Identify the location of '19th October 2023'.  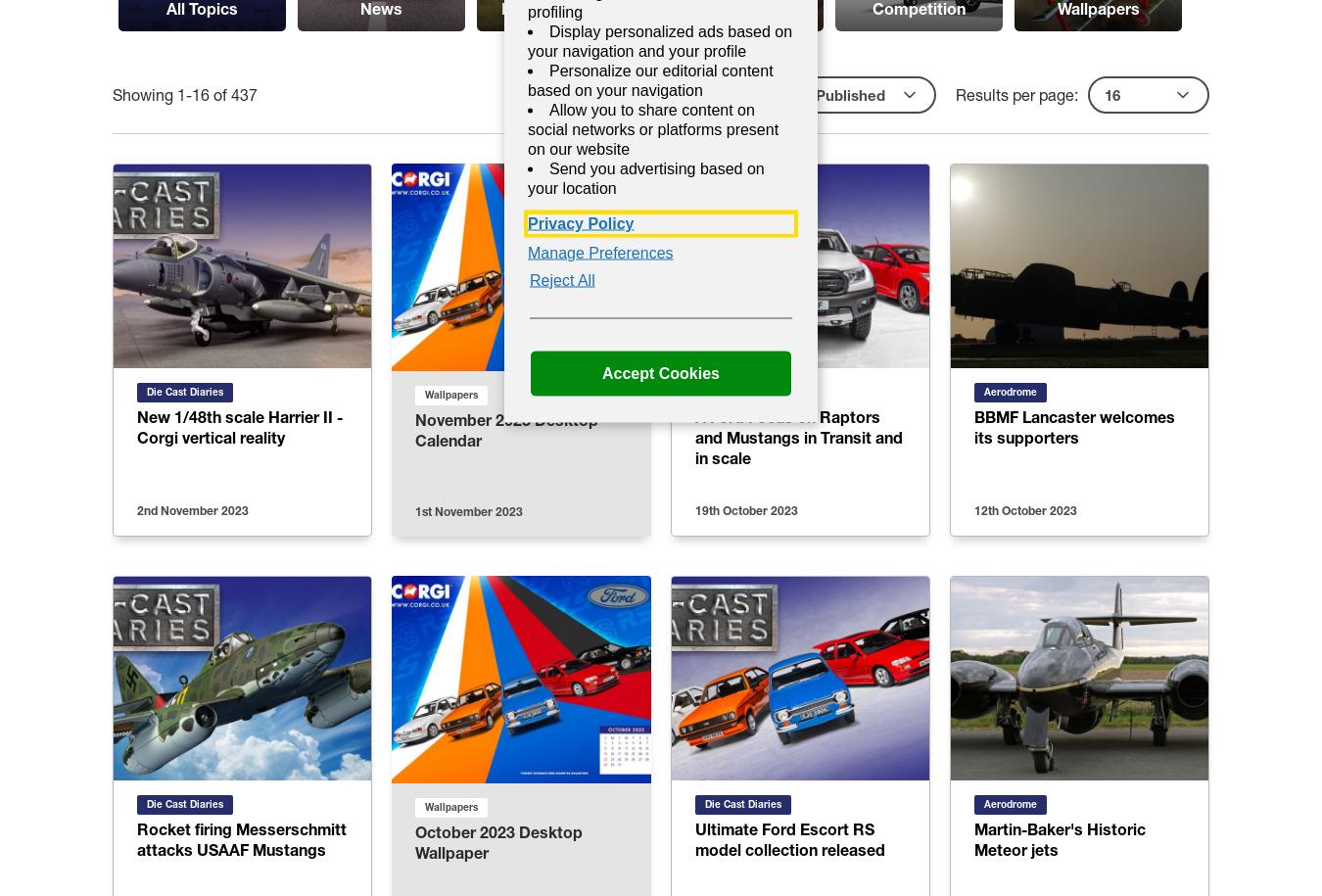
(745, 510).